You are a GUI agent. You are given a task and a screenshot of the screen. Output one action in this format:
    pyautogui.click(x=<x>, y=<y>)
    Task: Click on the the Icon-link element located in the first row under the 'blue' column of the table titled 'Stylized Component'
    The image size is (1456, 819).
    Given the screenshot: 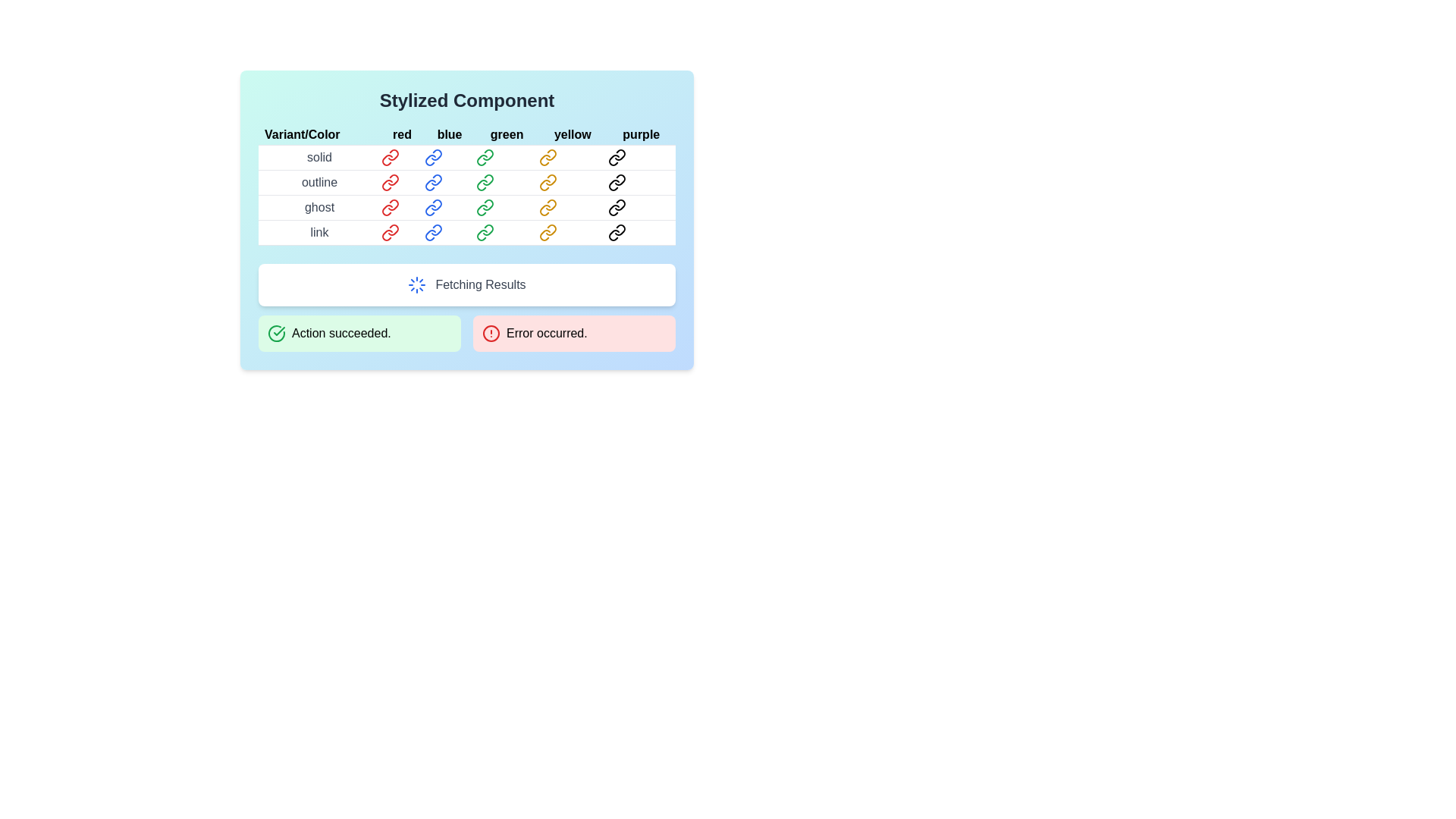 What is the action you would take?
    pyautogui.click(x=432, y=158)
    